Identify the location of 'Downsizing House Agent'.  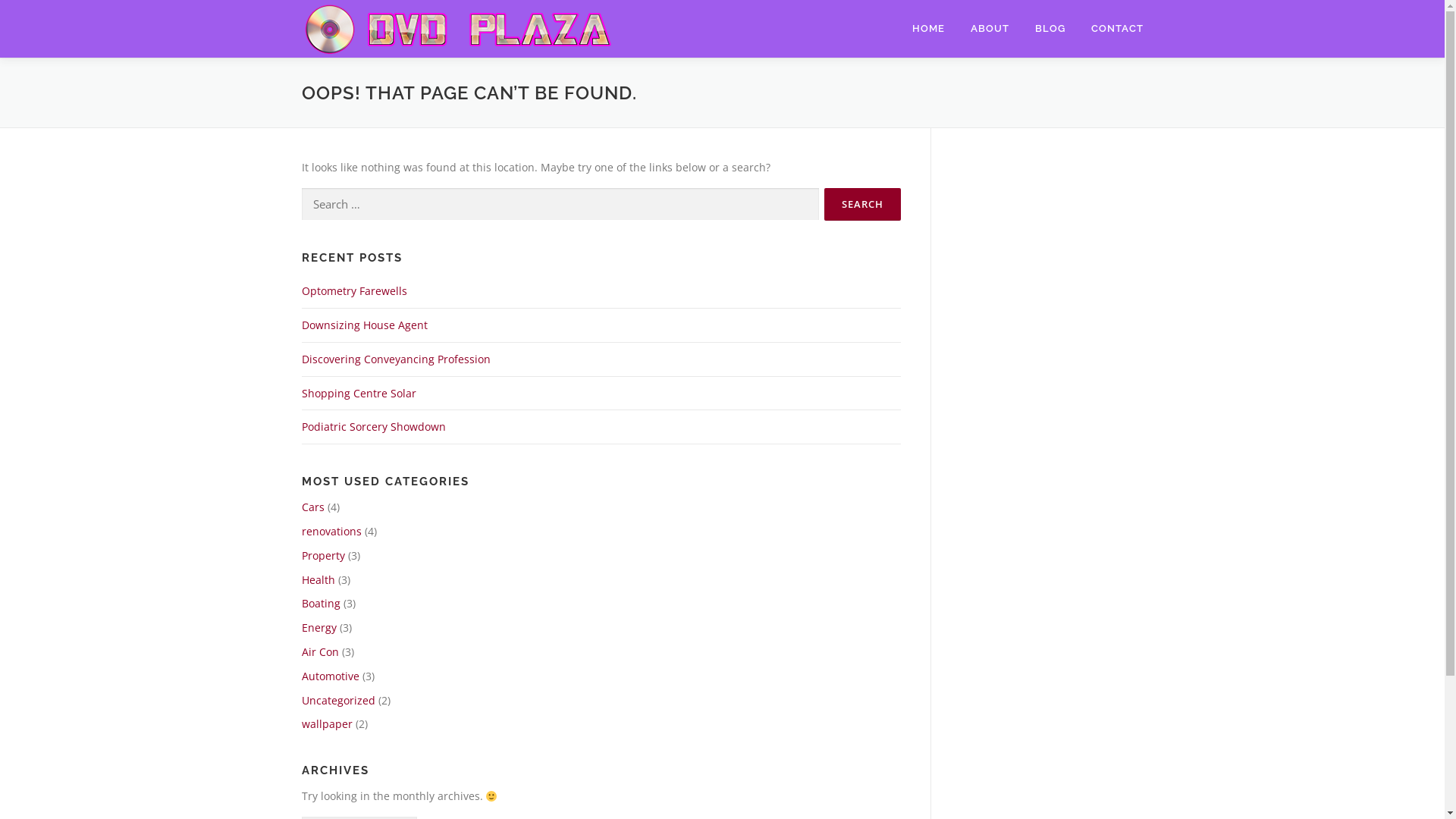
(364, 324).